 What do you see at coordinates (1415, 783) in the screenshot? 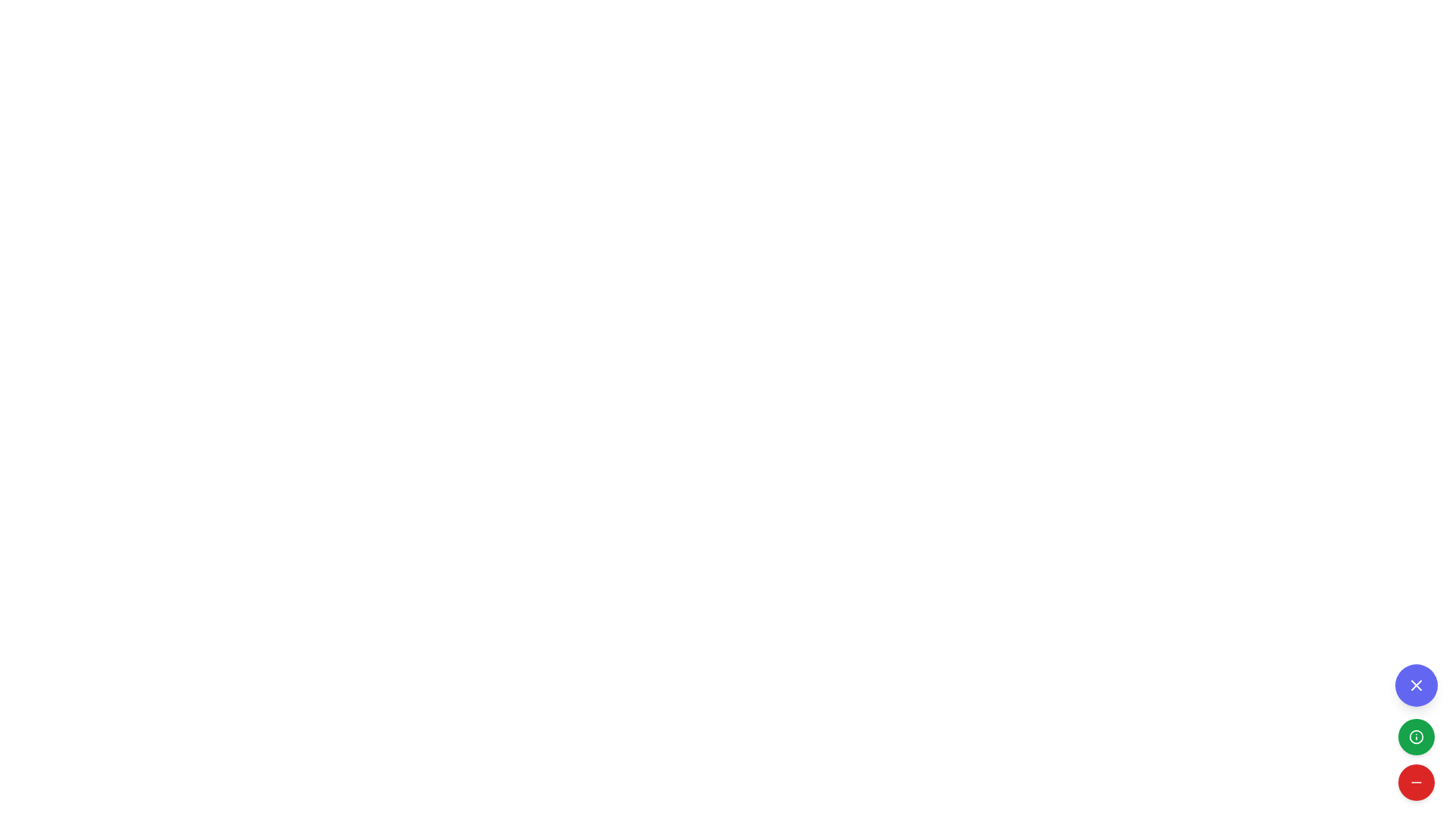
I see `the red circular button with a white horizontal minus symbol` at bounding box center [1415, 783].